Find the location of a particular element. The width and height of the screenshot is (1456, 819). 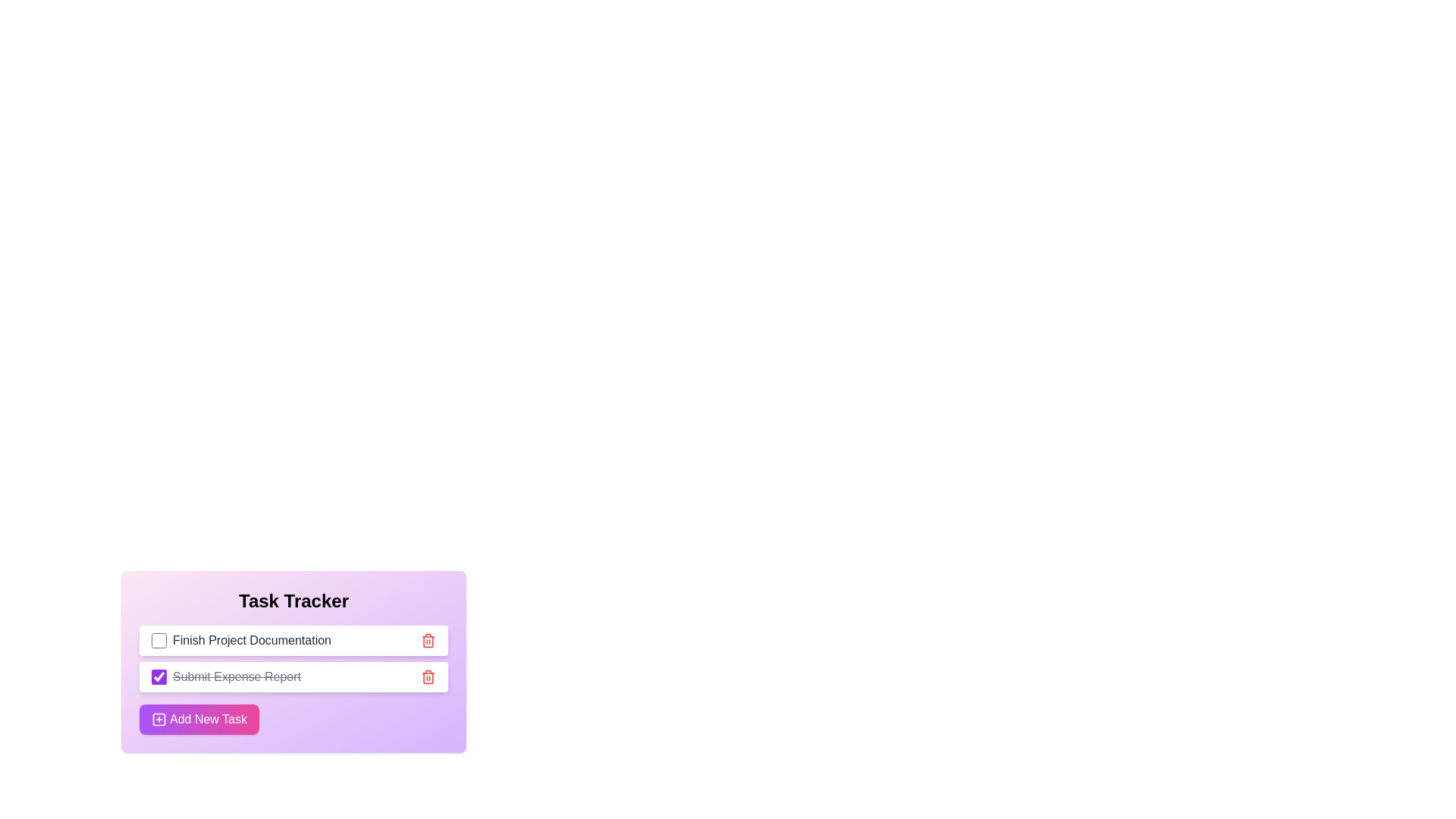

the text label that indicates the title or description of the first task in the task tracker application, which is located to the right of a checkbox and to the left of a trash icon is located at coordinates (252, 640).